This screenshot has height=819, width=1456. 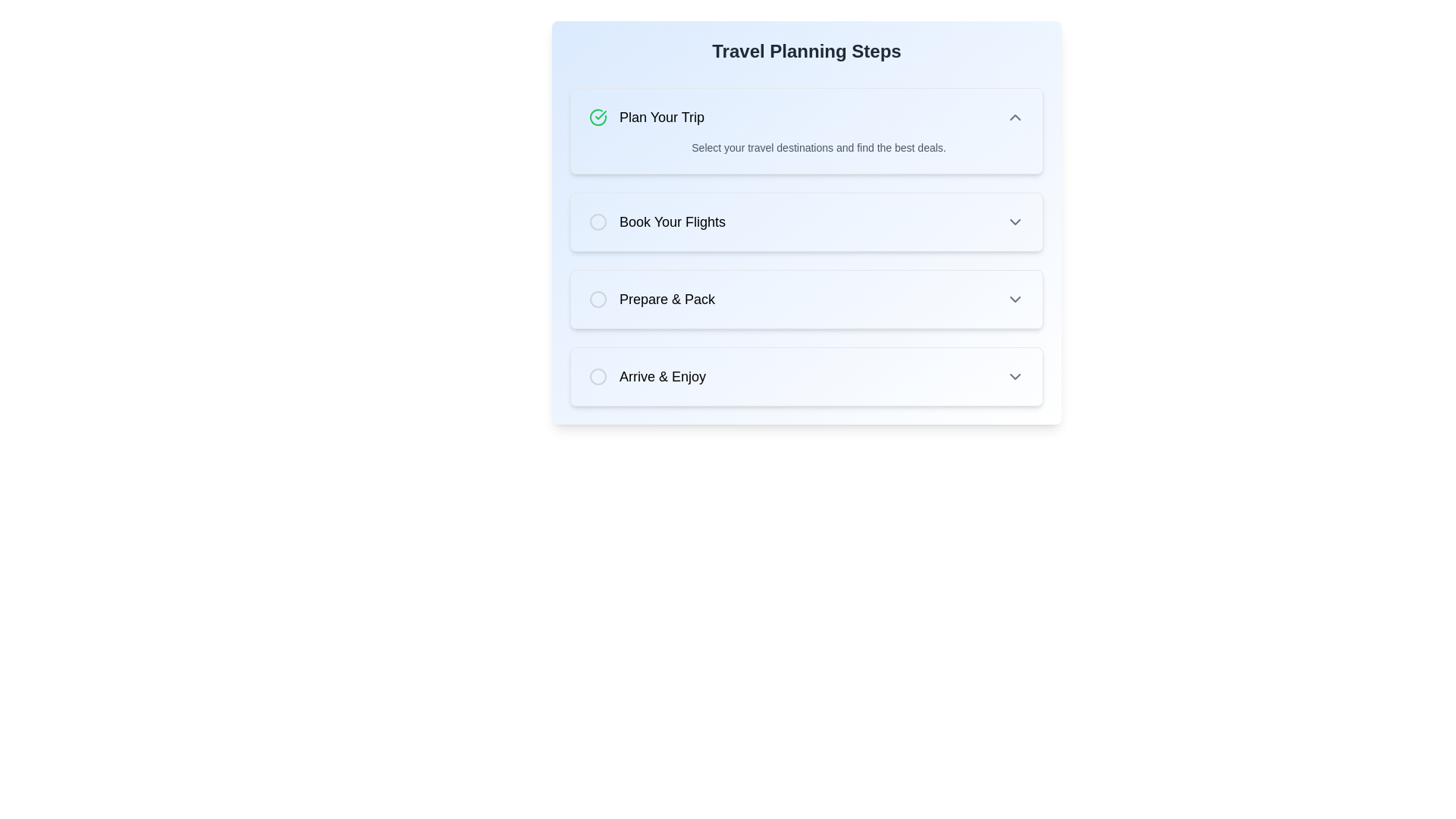 What do you see at coordinates (1015, 299) in the screenshot?
I see `the downward-pointing chevron icon located to the far right of the 'Prepare & Pack' text` at bounding box center [1015, 299].